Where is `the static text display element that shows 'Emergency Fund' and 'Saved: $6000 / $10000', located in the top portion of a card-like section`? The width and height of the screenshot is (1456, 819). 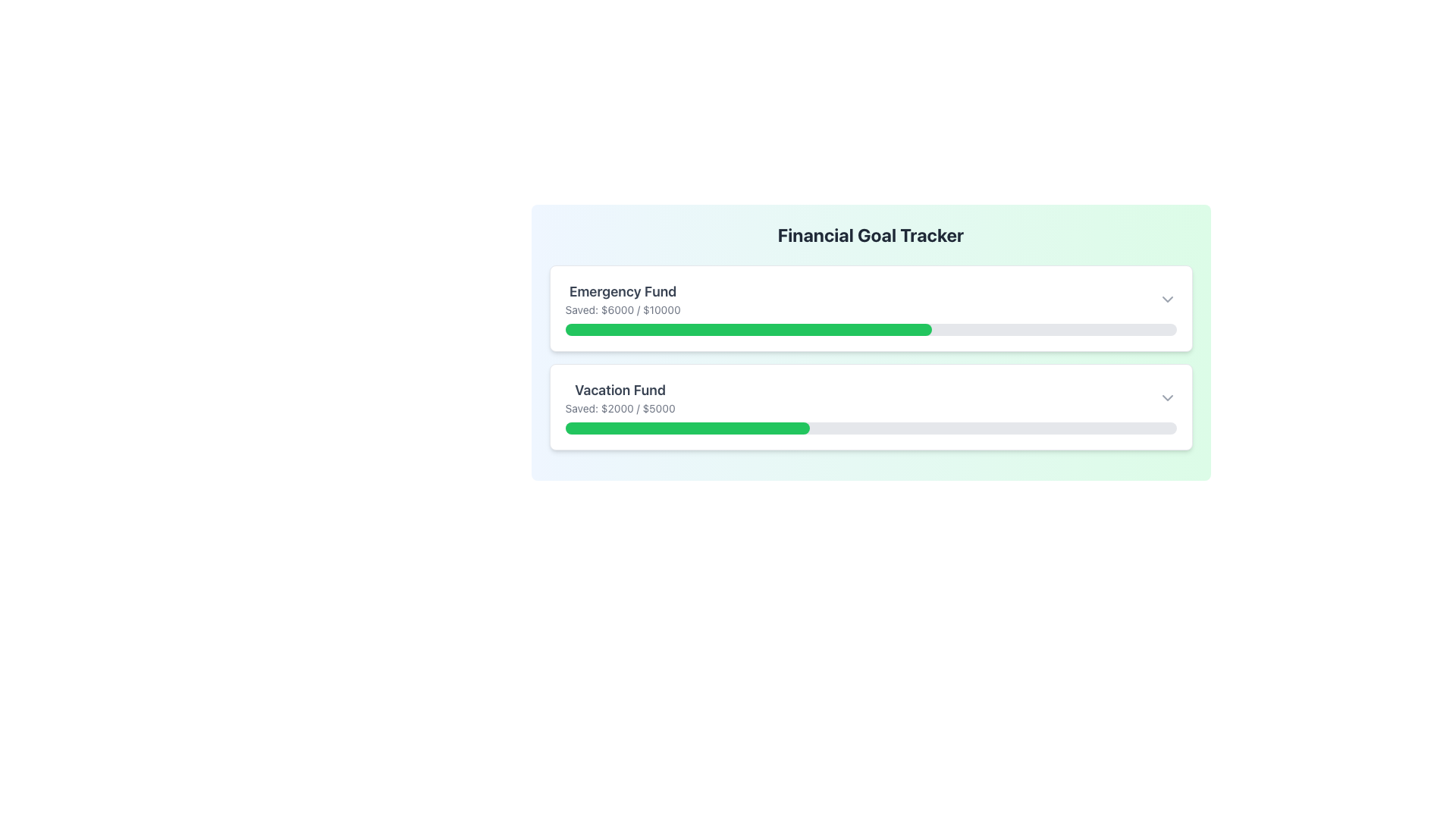 the static text display element that shows 'Emergency Fund' and 'Saved: $6000 / $10000', located in the top portion of a card-like section is located at coordinates (623, 299).